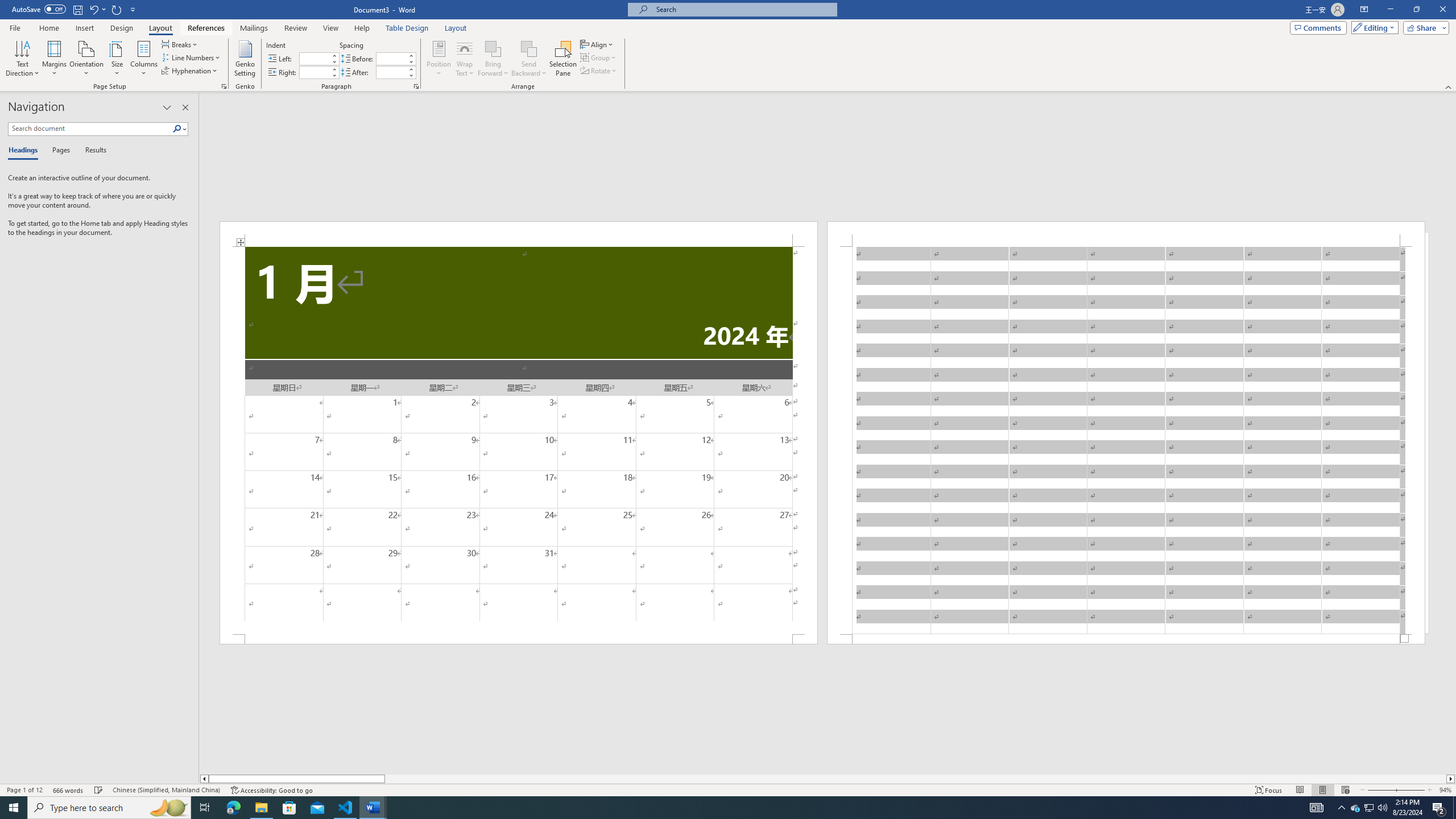  I want to click on 'Class: NetUIImage', so click(177, 128).